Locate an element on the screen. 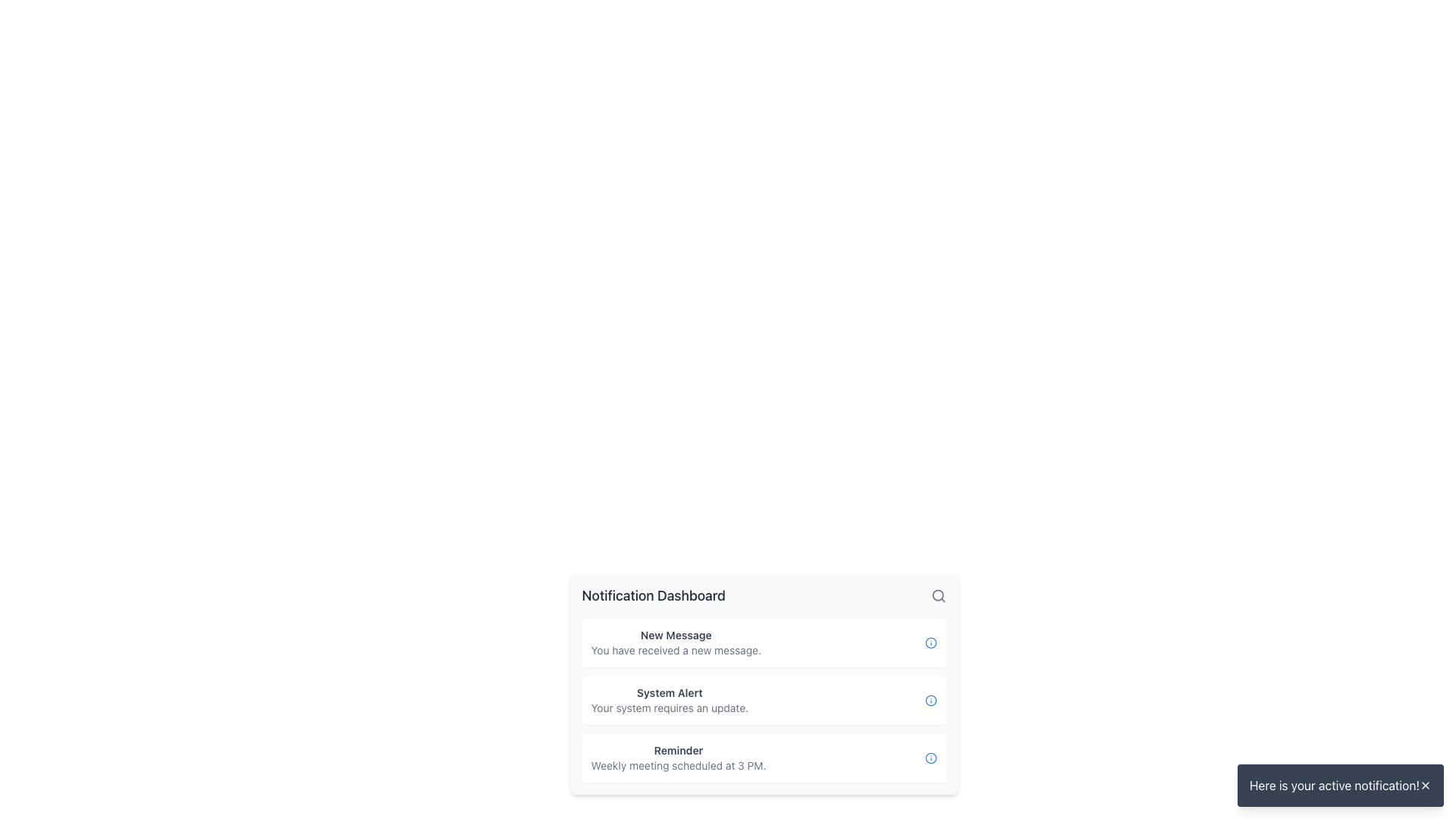  the 'New Message' text label, which is bold, dark gray, and serves as the title above the new message notification is located at coordinates (675, 635).